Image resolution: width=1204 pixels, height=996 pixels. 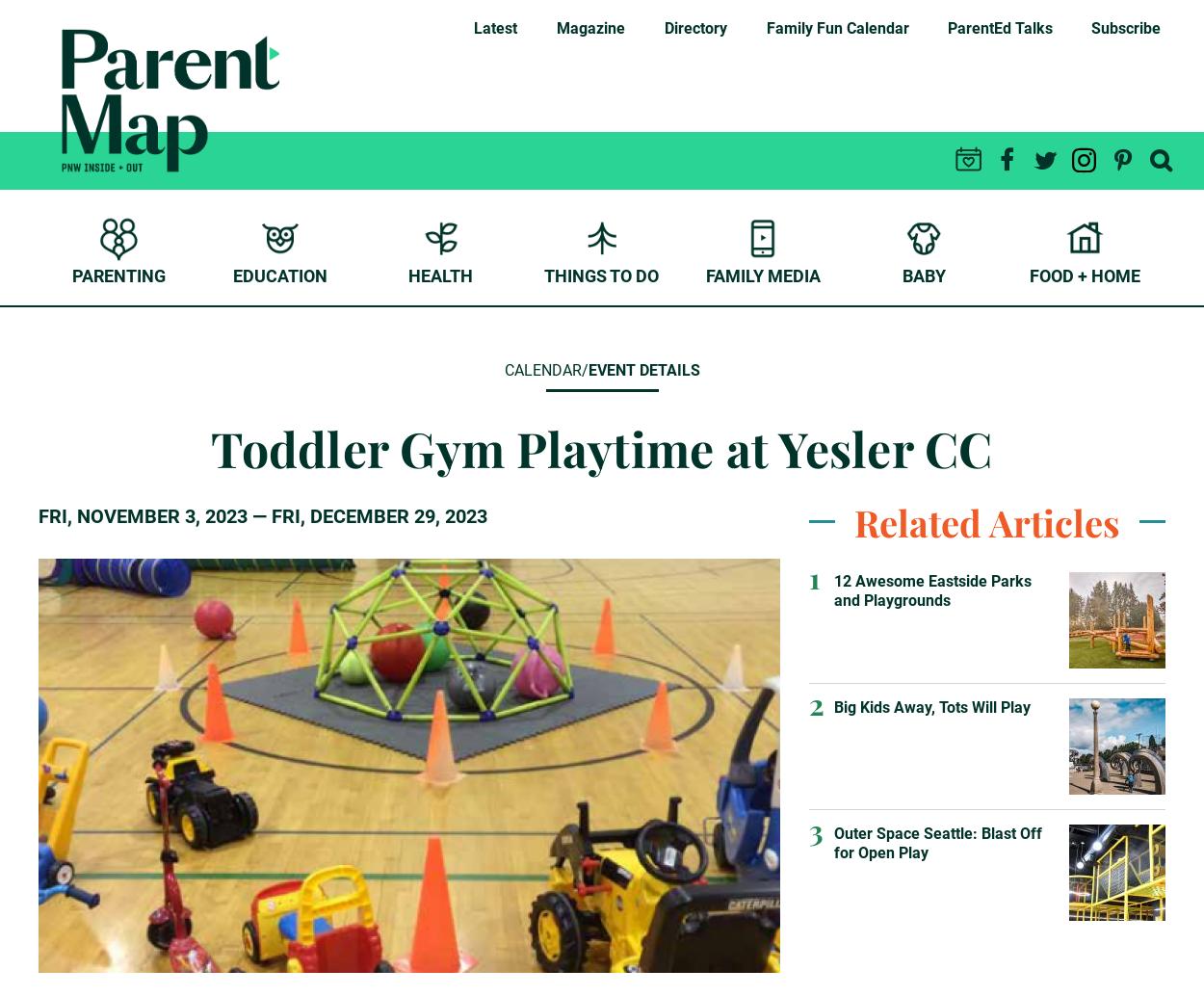 What do you see at coordinates (791, 72) in the screenshot?
I see `'Get our monthly magazine delivered to your home!'` at bounding box center [791, 72].